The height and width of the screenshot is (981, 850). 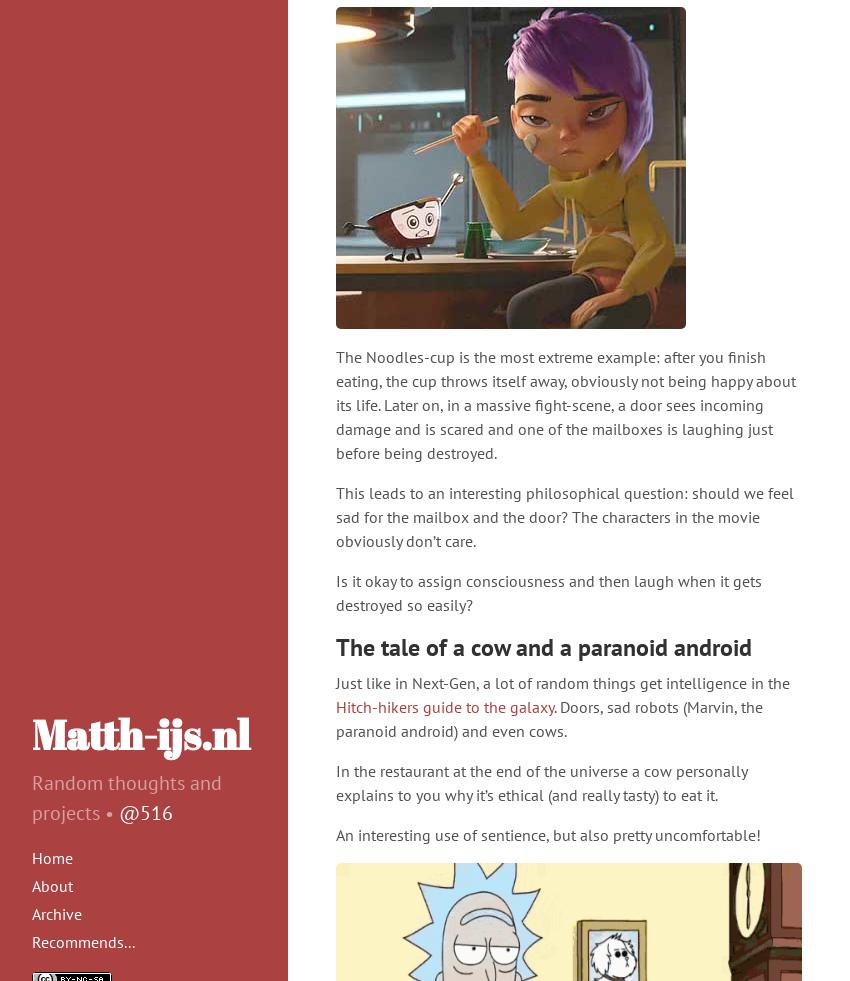 What do you see at coordinates (336, 647) in the screenshot?
I see `'The tale of a cow and a paranoid android'` at bounding box center [336, 647].